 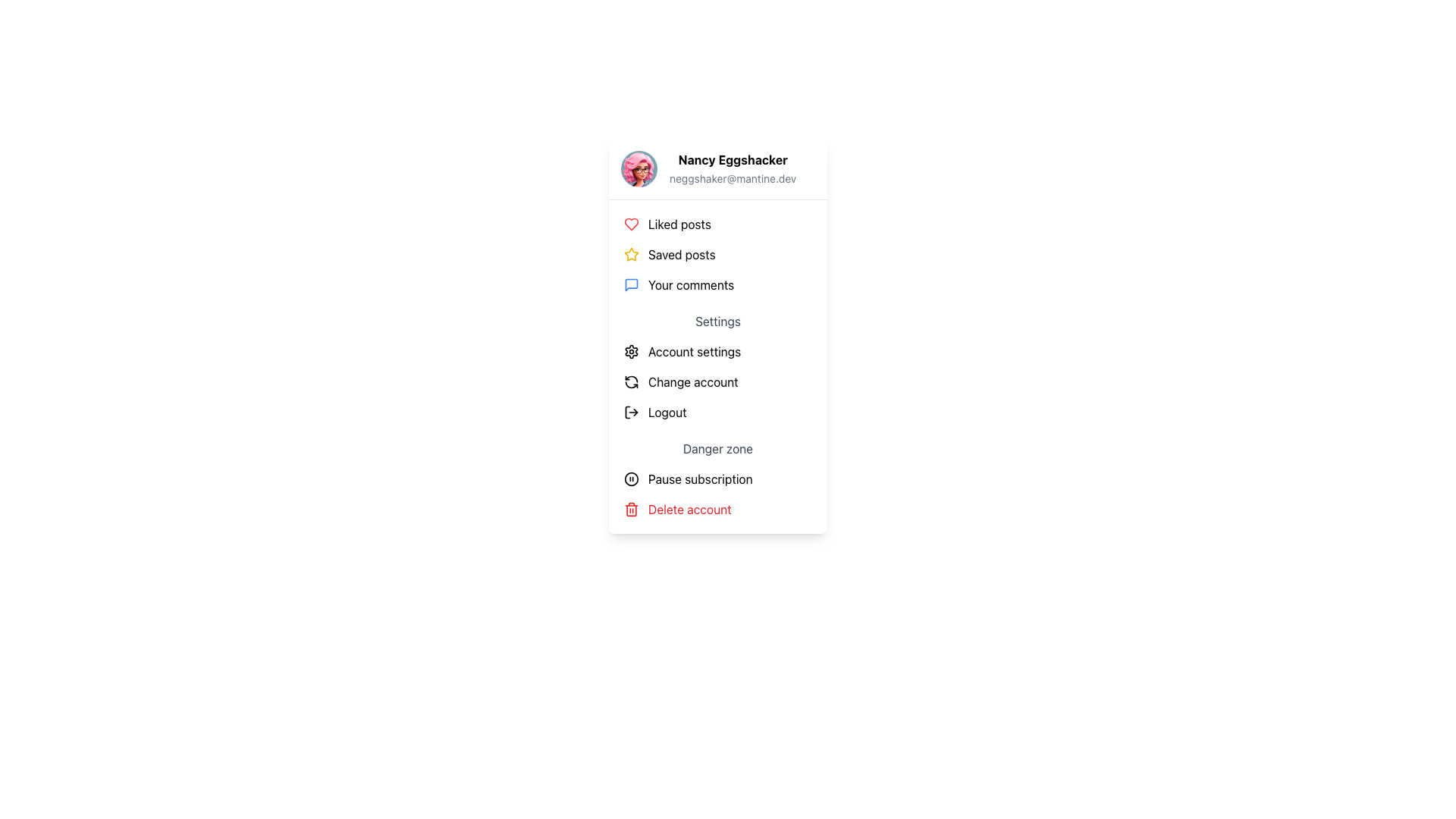 What do you see at coordinates (639, 169) in the screenshot?
I see `the circular user avatar image featuring a character with pink hair and glasses on a blue background, located on the left side above the user's name and email address` at bounding box center [639, 169].